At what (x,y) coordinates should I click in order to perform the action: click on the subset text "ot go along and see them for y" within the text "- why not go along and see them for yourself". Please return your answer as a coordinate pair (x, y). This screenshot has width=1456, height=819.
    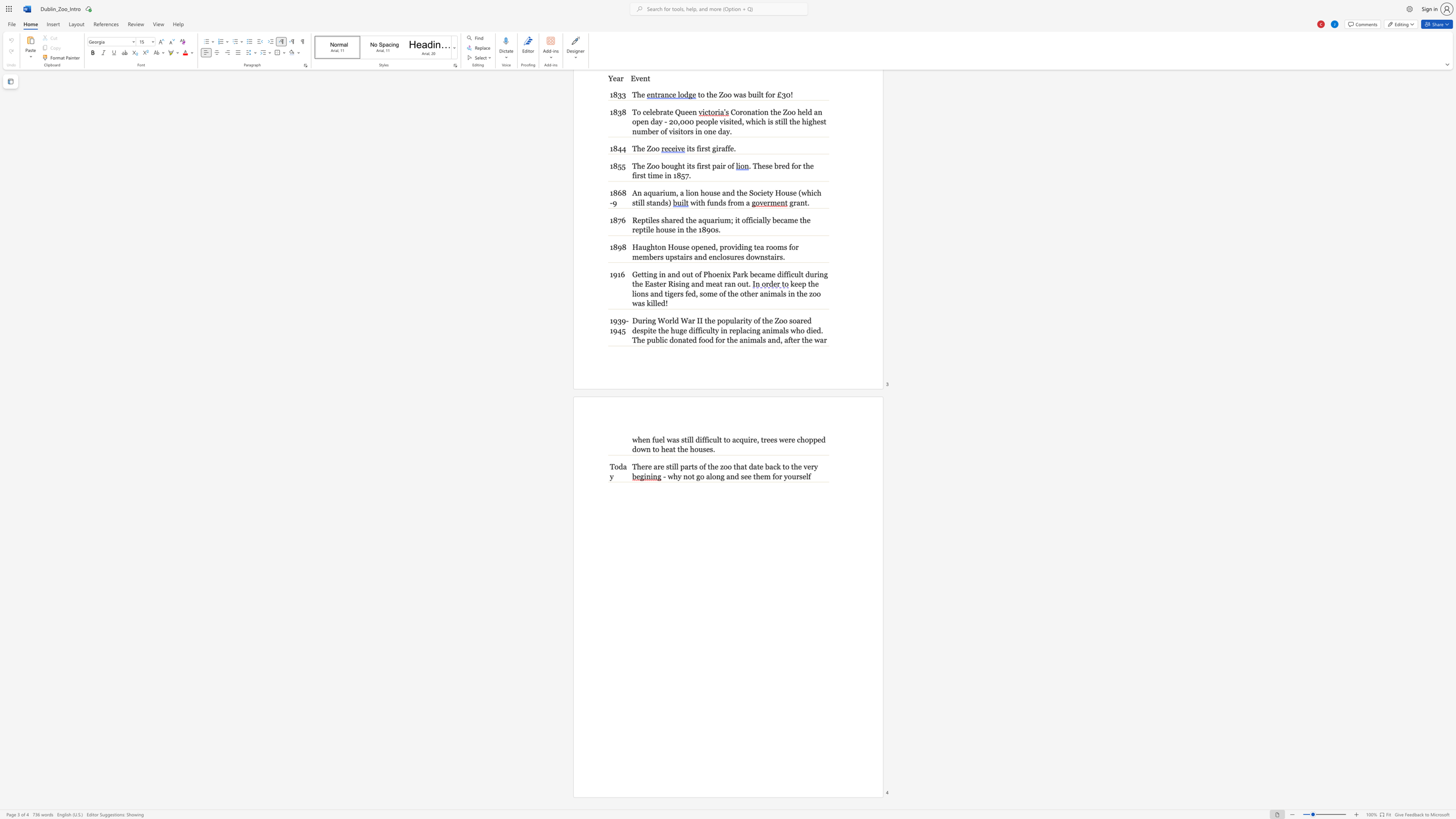
    Looking at the image, I should click on (687, 476).